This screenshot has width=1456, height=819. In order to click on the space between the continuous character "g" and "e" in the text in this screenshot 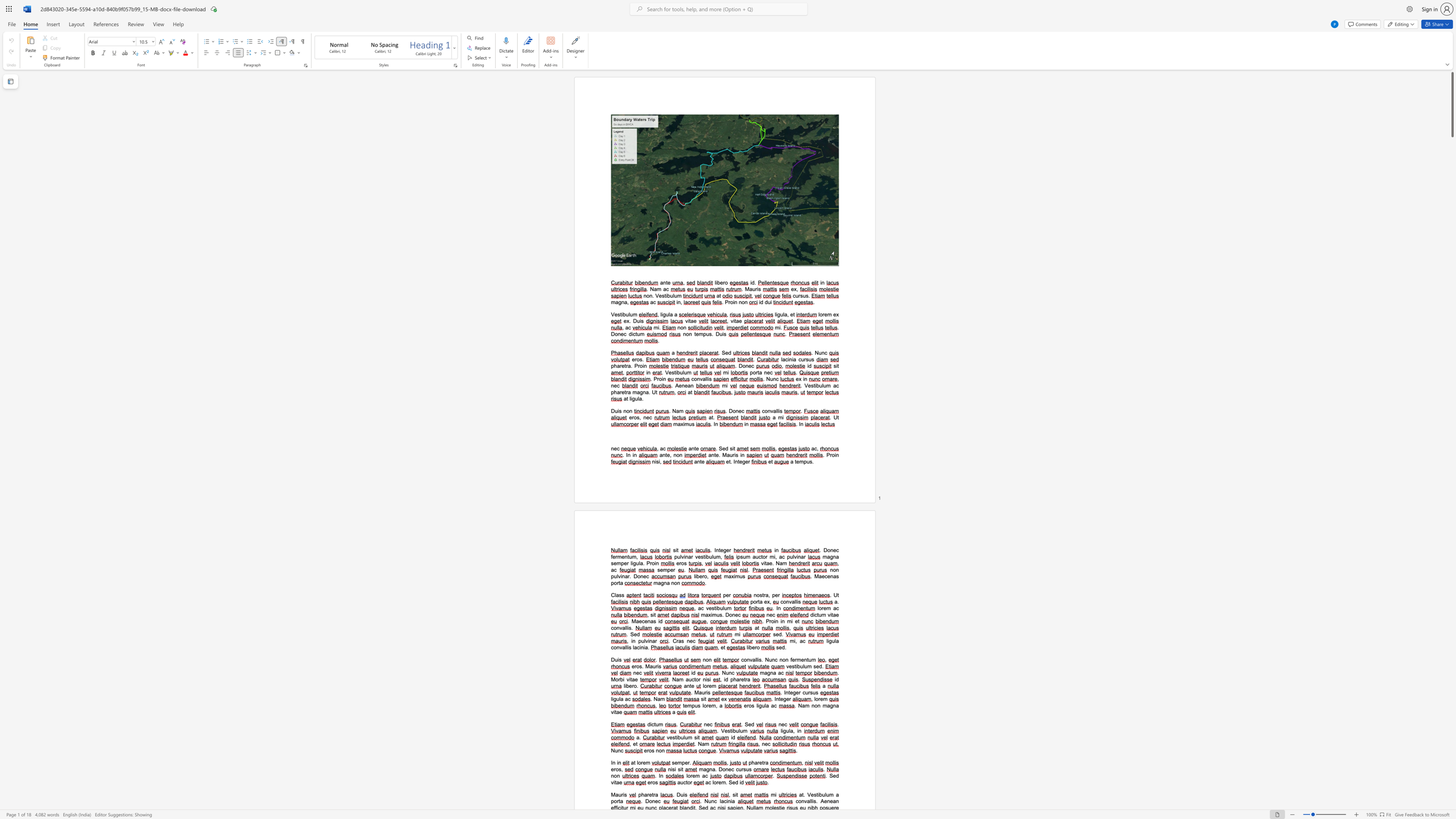, I will do `click(745, 461)`.